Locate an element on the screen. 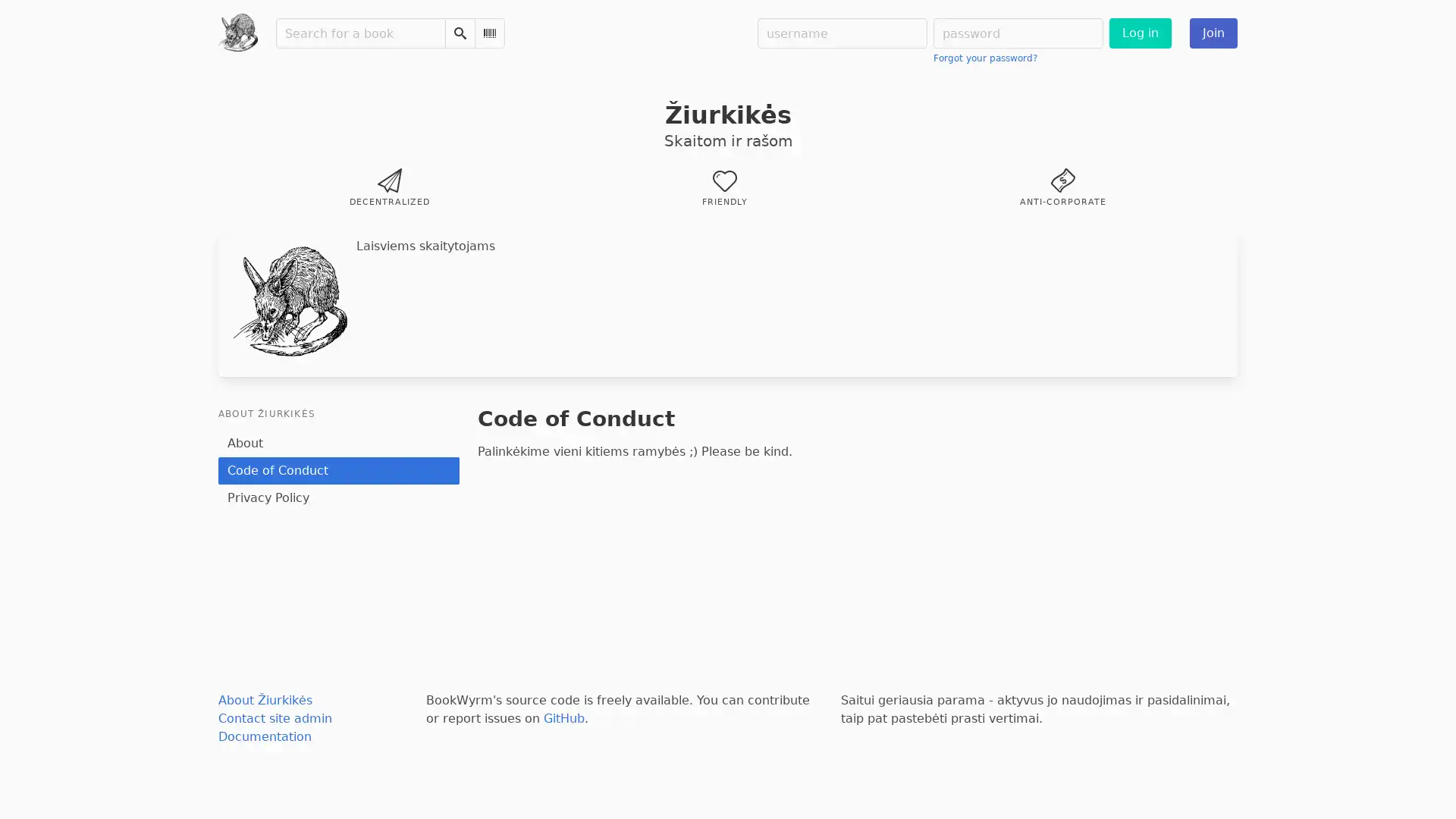 Image resolution: width=1456 pixels, height=819 pixels. Scan Barcode is located at coordinates (488, 33).